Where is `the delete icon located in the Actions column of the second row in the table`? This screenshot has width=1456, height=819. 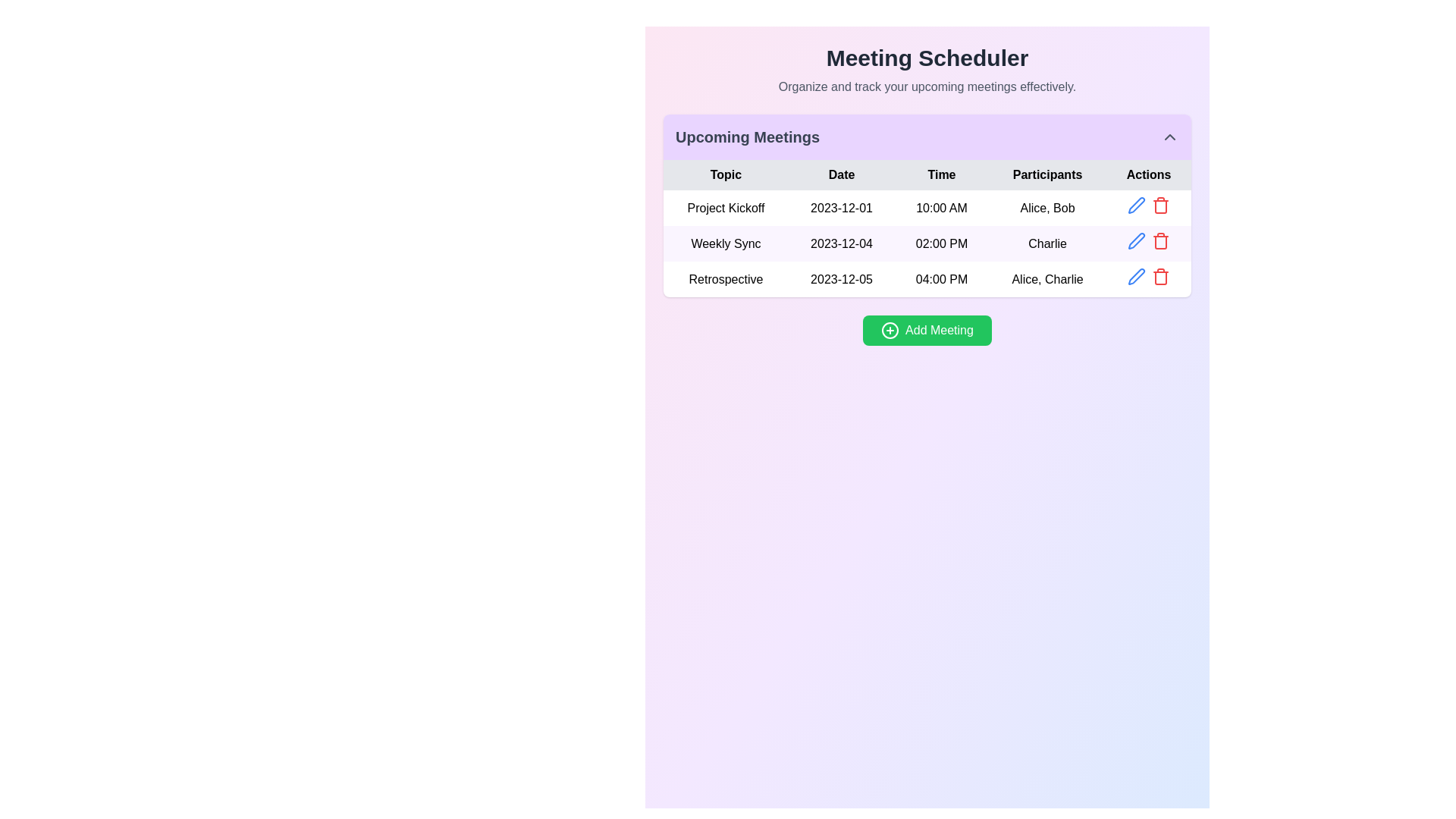
the delete icon located in the Actions column of the second row in the table is located at coordinates (1160, 242).